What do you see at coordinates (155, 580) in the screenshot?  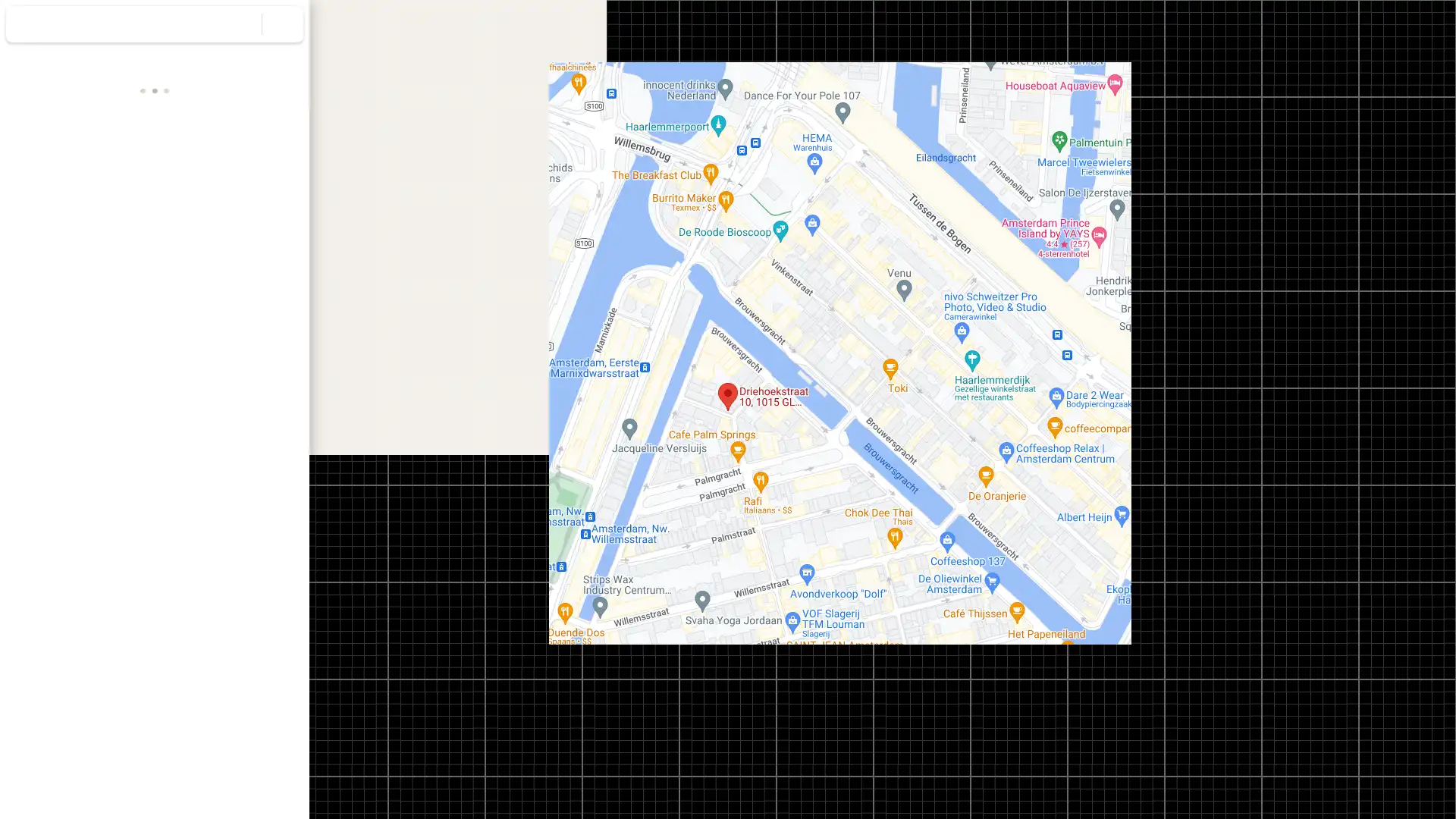 I see `Street View` at bounding box center [155, 580].